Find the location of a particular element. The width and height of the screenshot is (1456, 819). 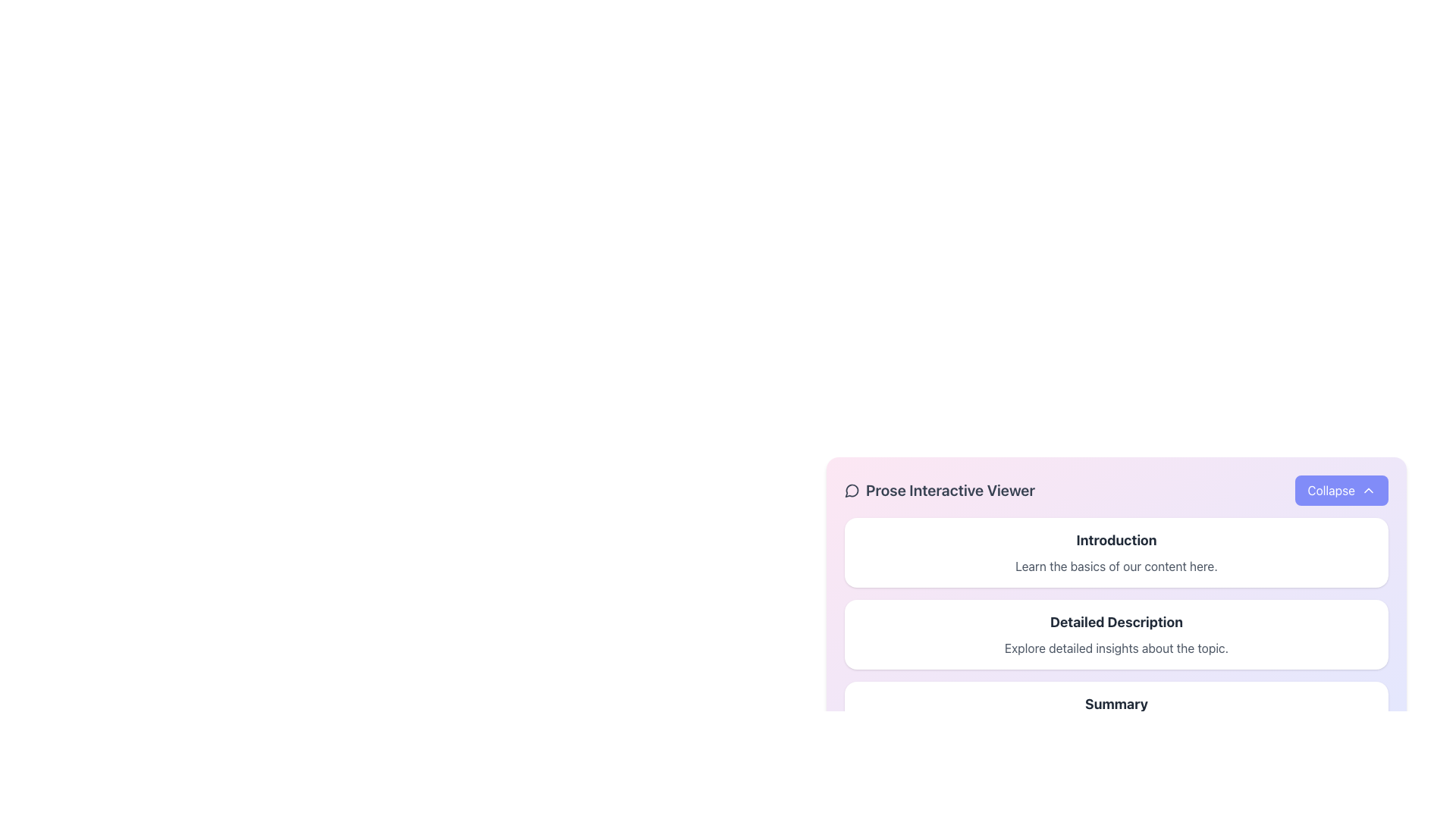

the speech bubble icon in the Prose Interactive Viewer panel, which is a vector graphic styled with smooth curves and thin strokes is located at coordinates (852, 491).